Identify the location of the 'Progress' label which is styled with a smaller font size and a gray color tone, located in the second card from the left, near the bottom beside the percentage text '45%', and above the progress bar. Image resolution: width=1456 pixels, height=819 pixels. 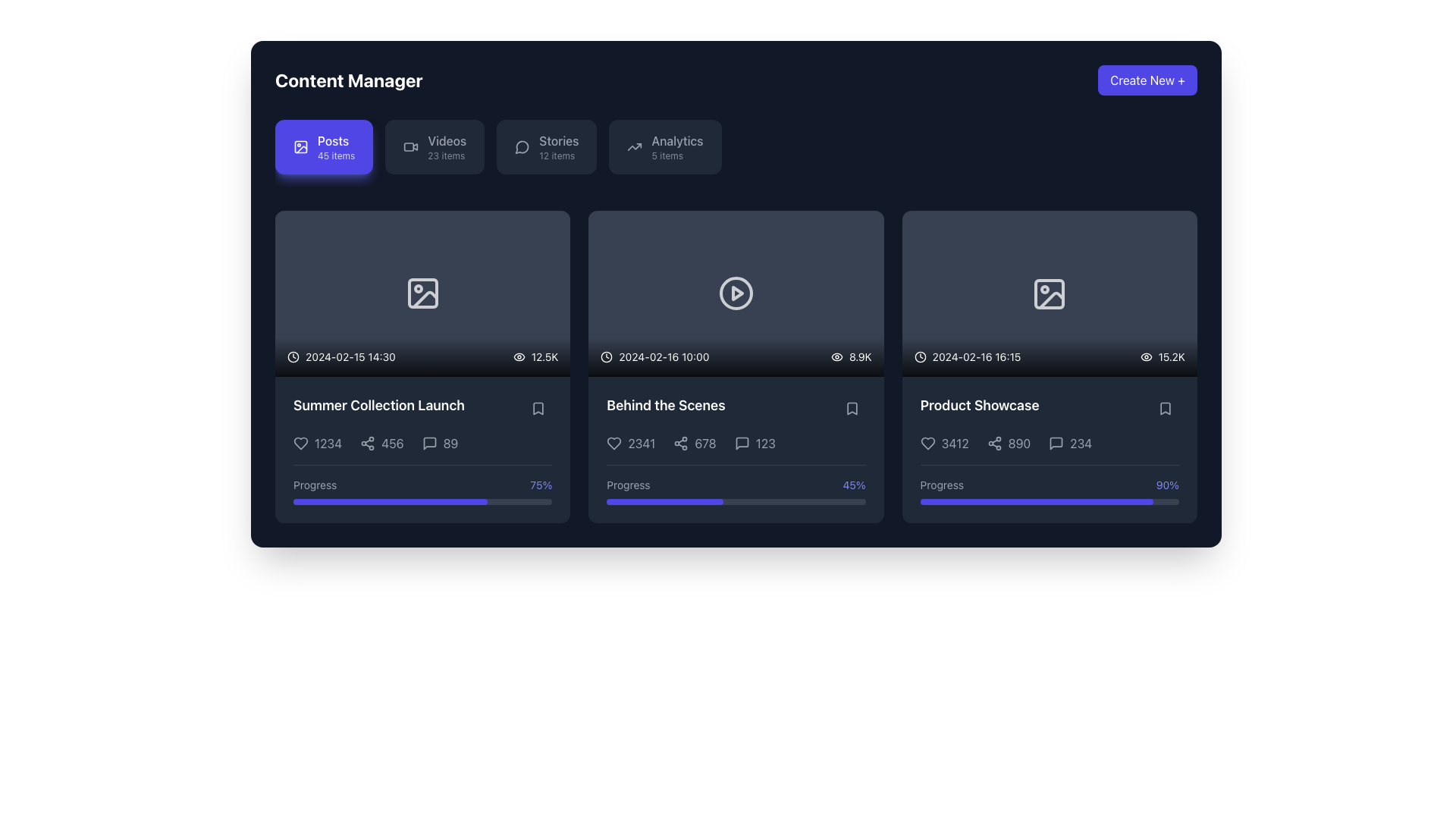
(629, 485).